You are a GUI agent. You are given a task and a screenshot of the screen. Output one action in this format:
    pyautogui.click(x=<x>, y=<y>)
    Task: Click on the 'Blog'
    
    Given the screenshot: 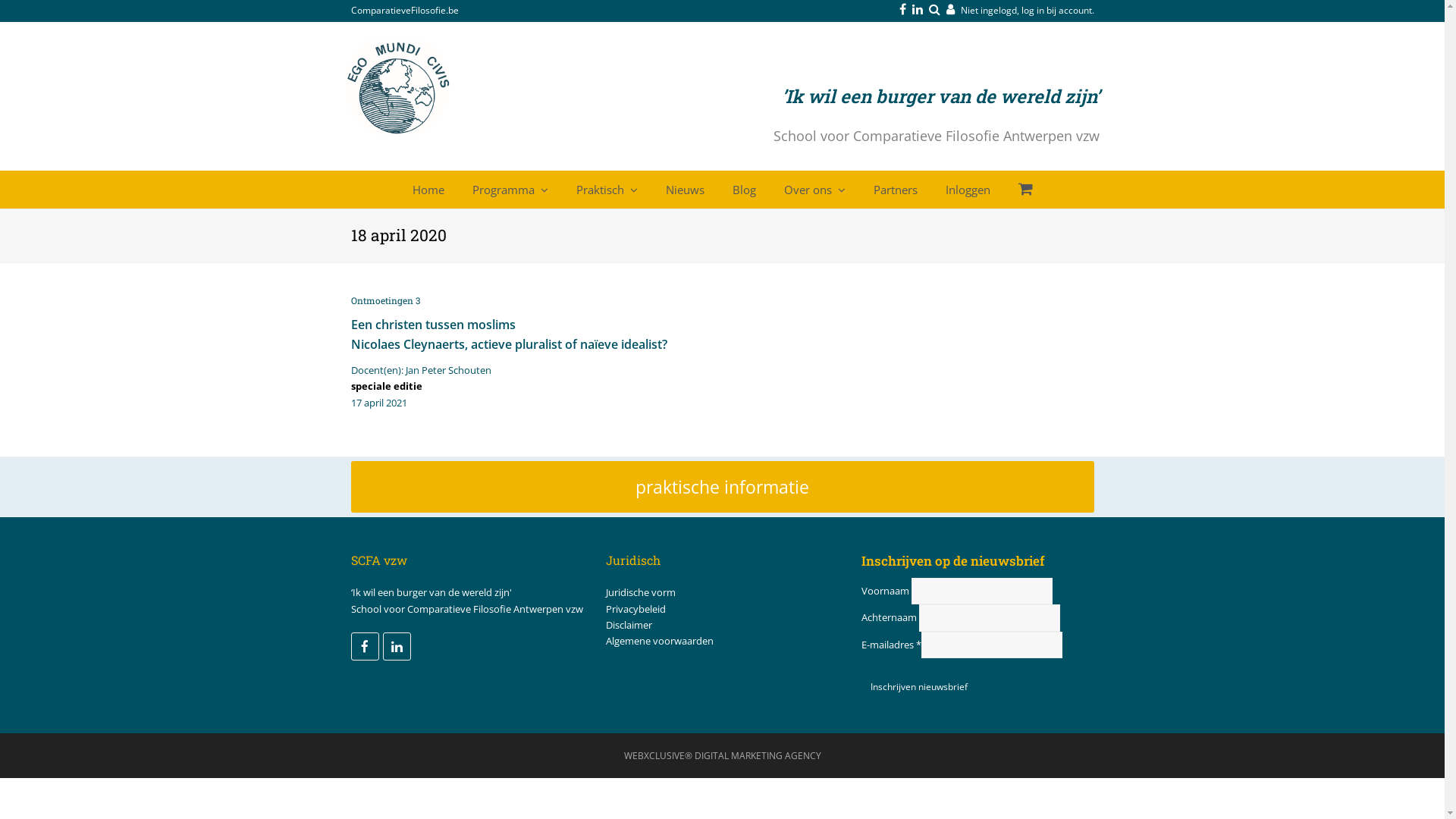 What is the action you would take?
    pyautogui.click(x=743, y=189)
    